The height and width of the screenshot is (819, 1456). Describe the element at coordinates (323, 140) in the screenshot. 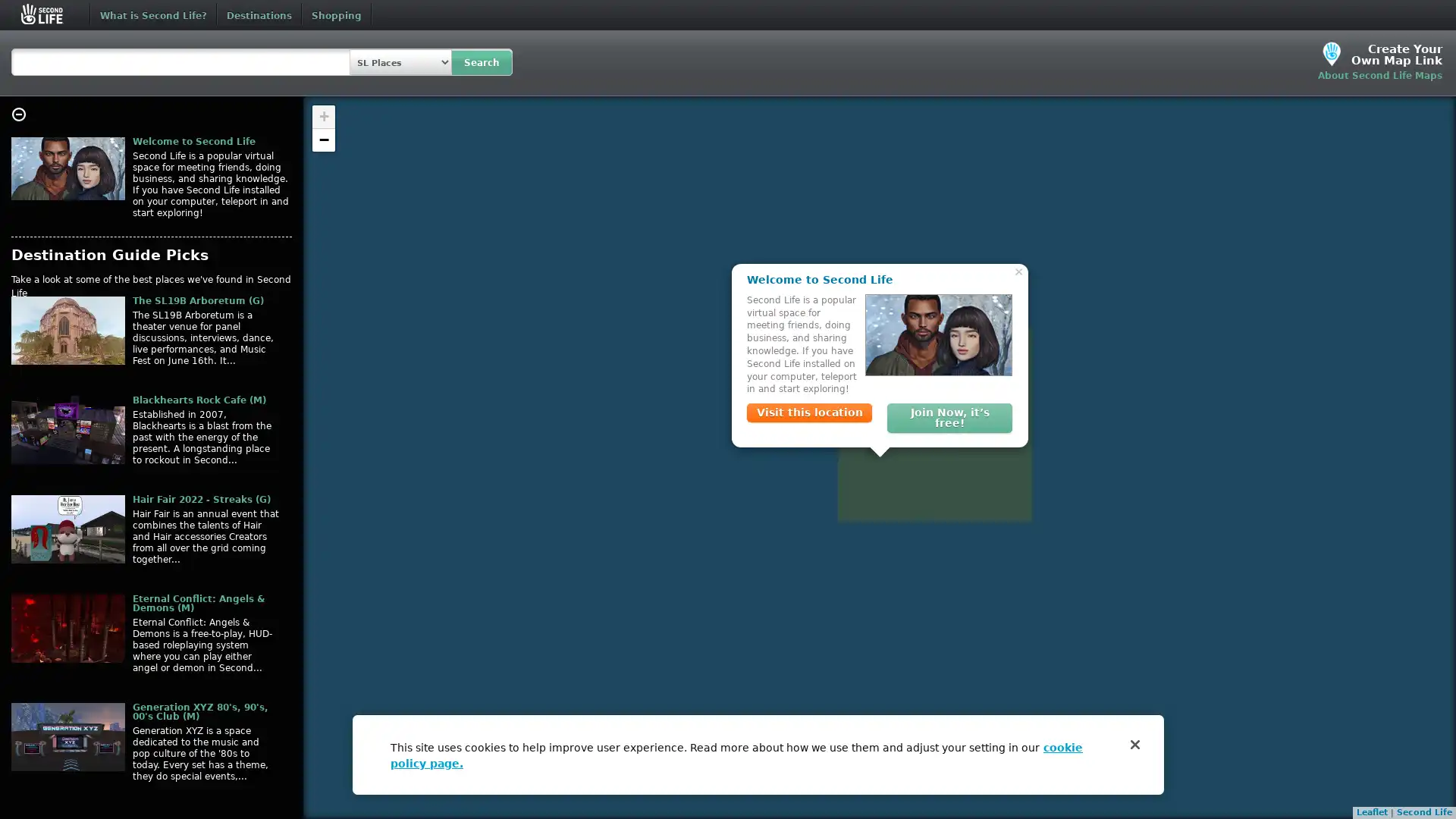

I see `Zoom out` at that location.